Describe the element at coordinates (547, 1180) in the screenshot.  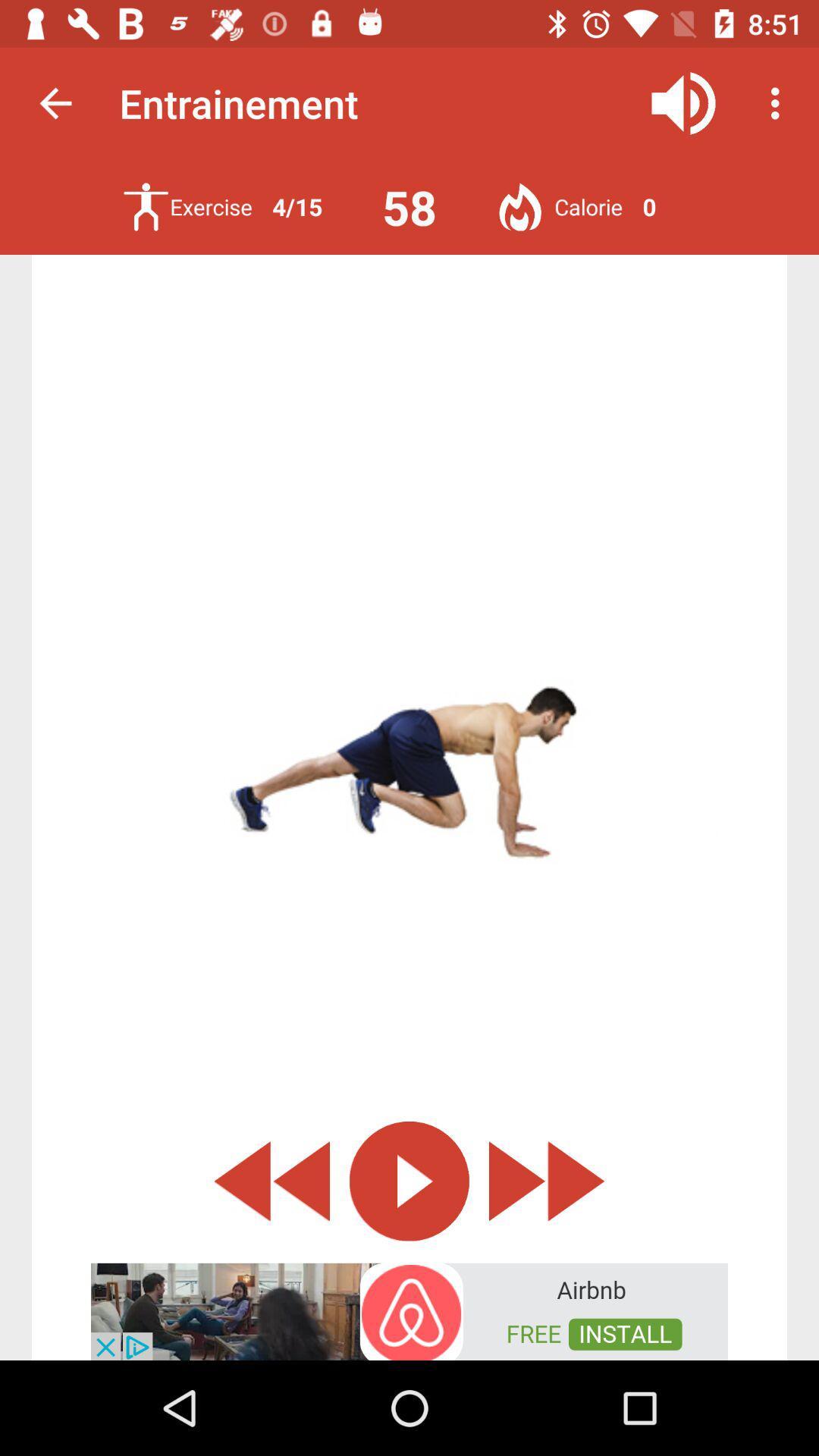
I see `fast forward` at that location.